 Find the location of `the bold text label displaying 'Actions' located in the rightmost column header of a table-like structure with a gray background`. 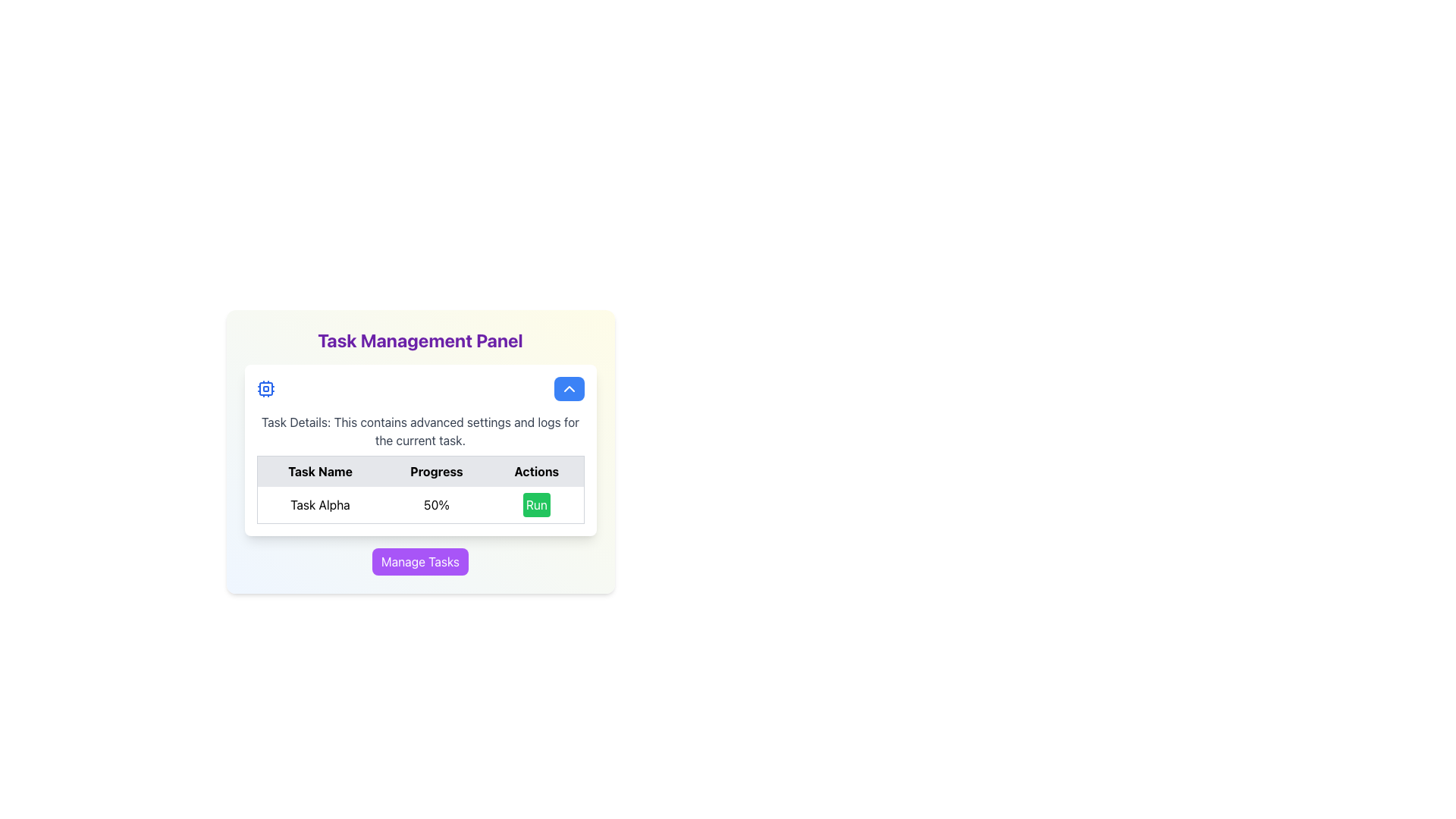

the bold text label displaying 'Actions' located in the rightmost column header of a table-like structure with a gray background is located at coordinates (537, 470).